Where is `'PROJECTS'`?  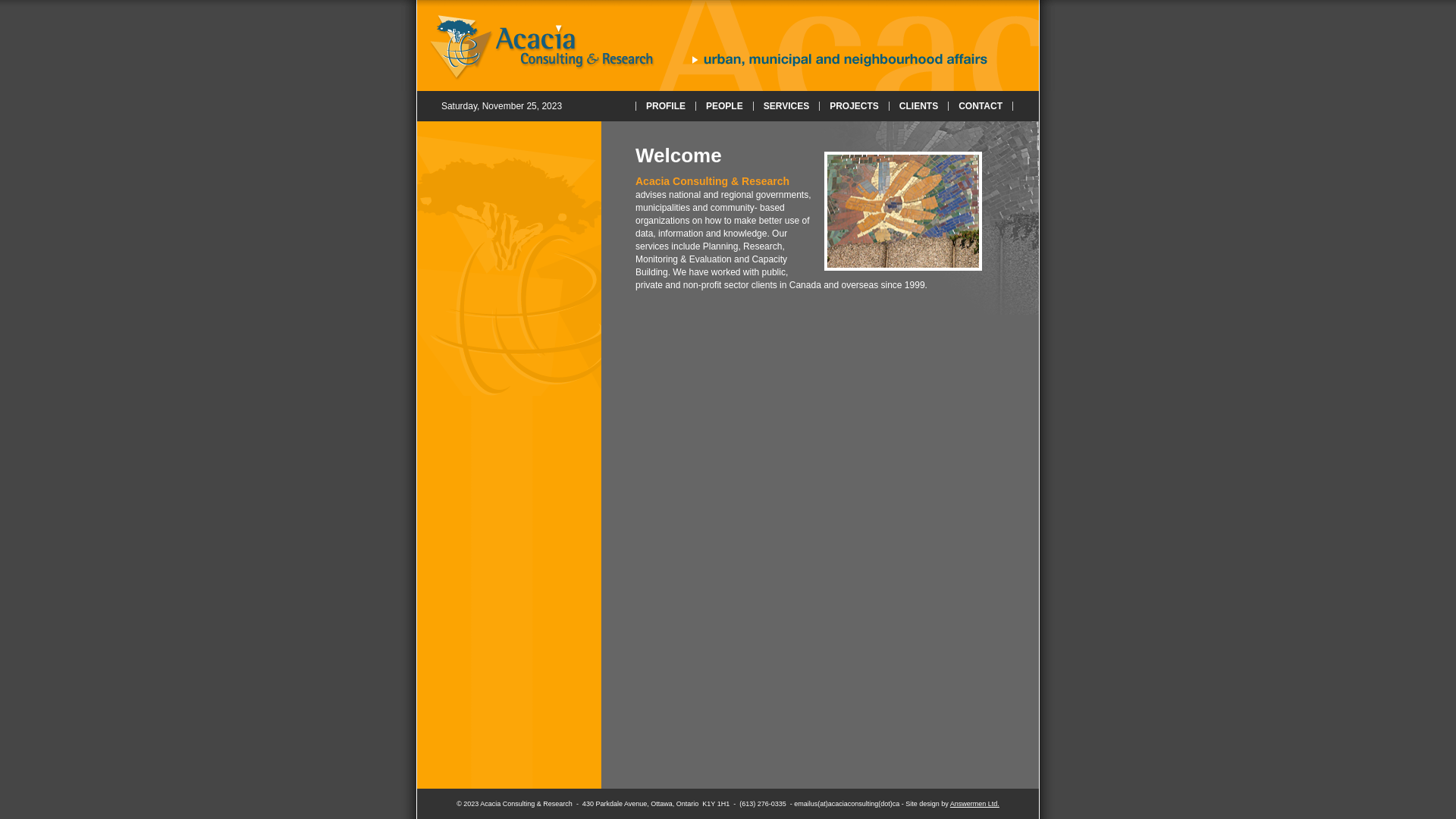
'PROJECTS' is located at coordinates (818, 105).